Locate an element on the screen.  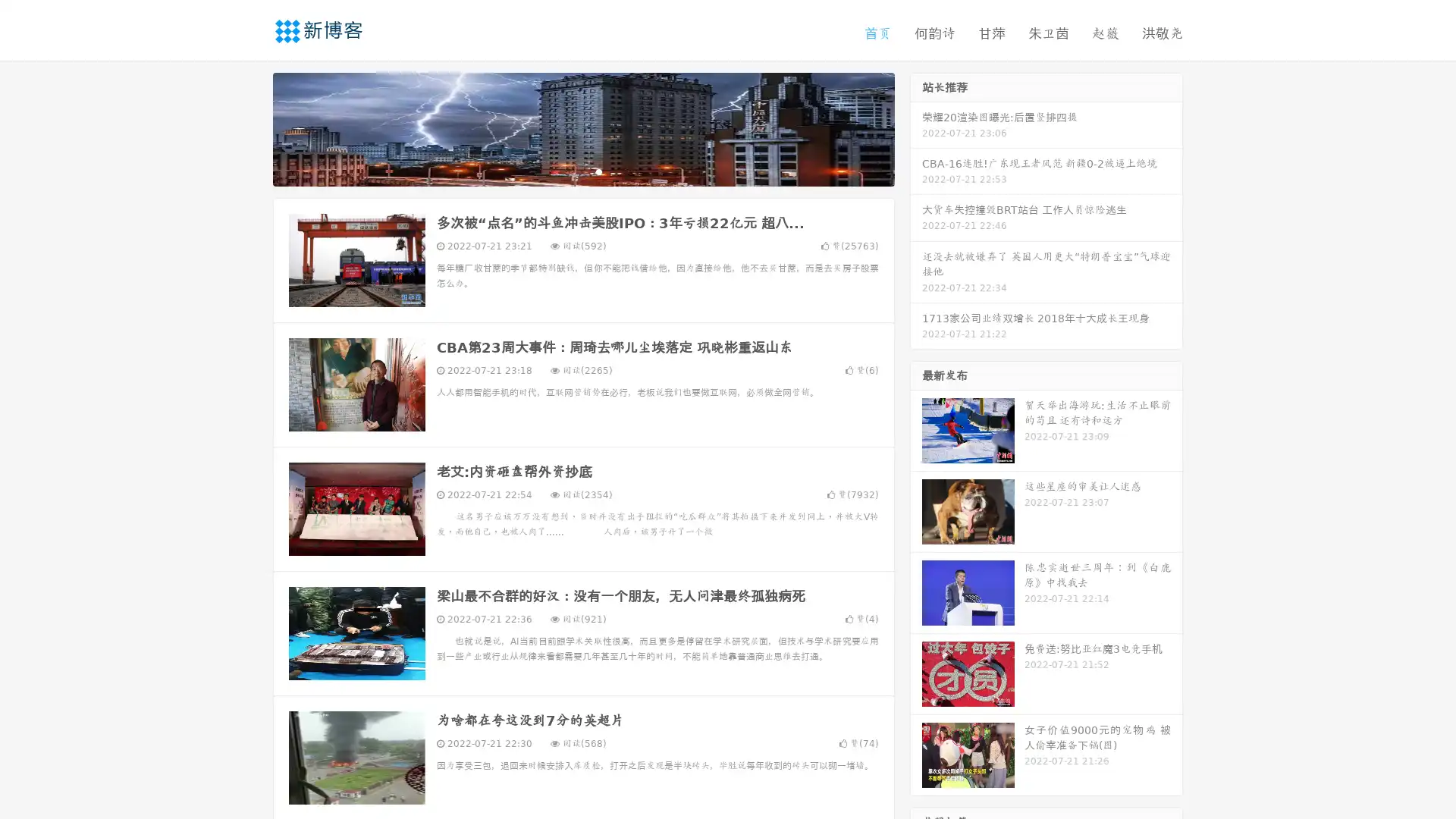
Next slide is located at coordinates (916, 127).